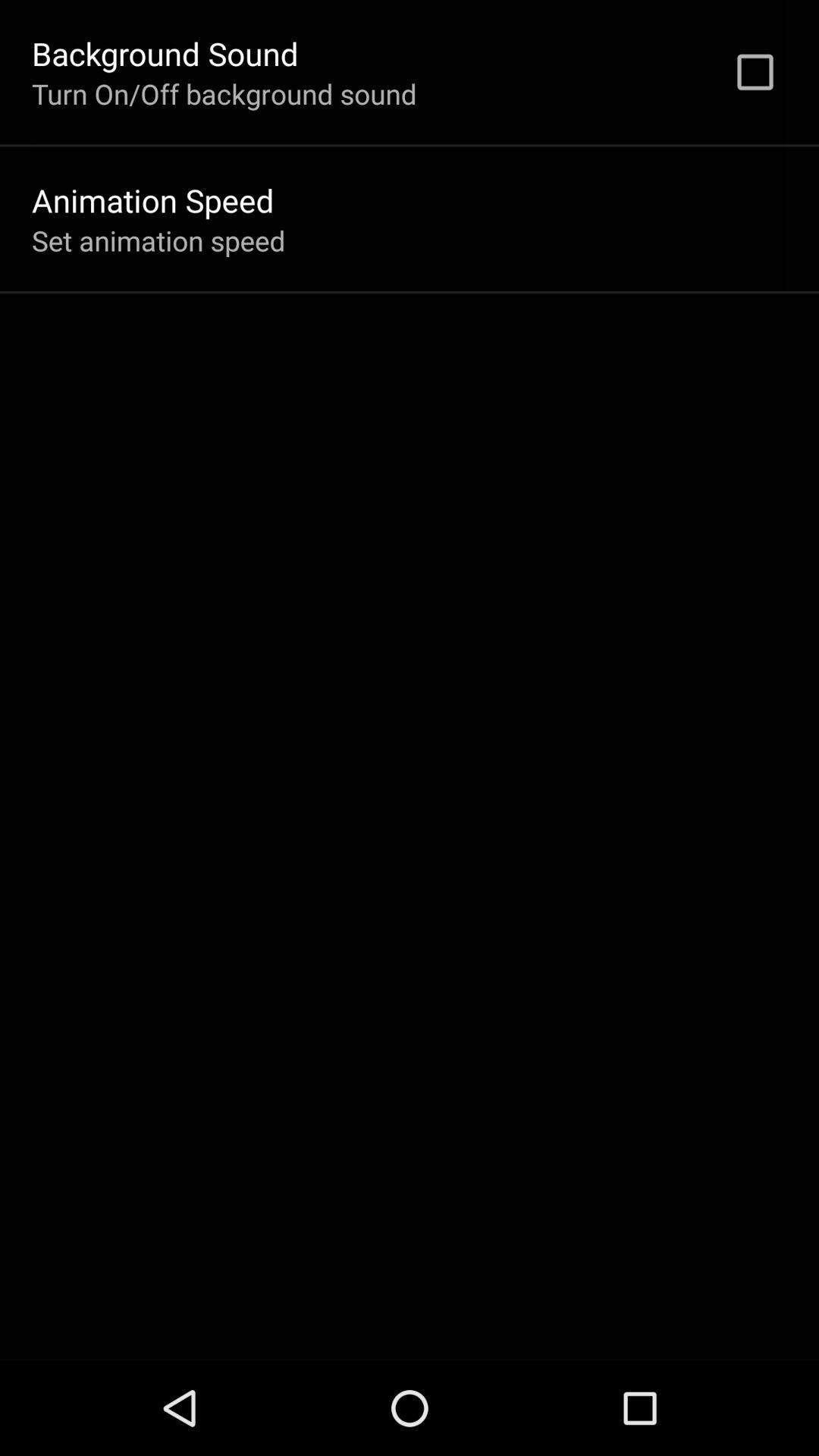  Describe the element at coordinates (224, 93) in the screenshot. I see `icon below the background sound app` at that location.